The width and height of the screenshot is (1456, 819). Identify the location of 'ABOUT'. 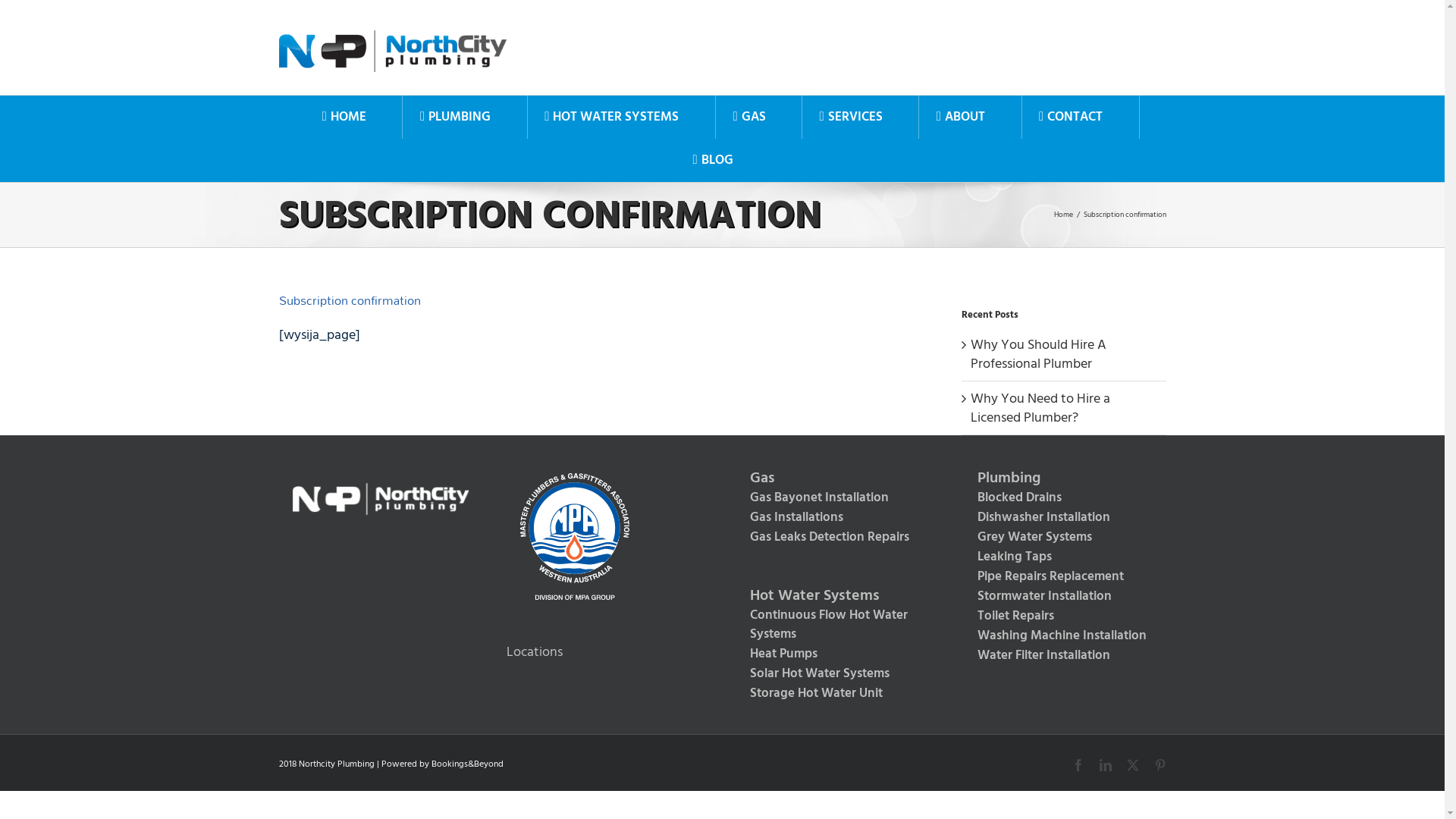
(959, 116).